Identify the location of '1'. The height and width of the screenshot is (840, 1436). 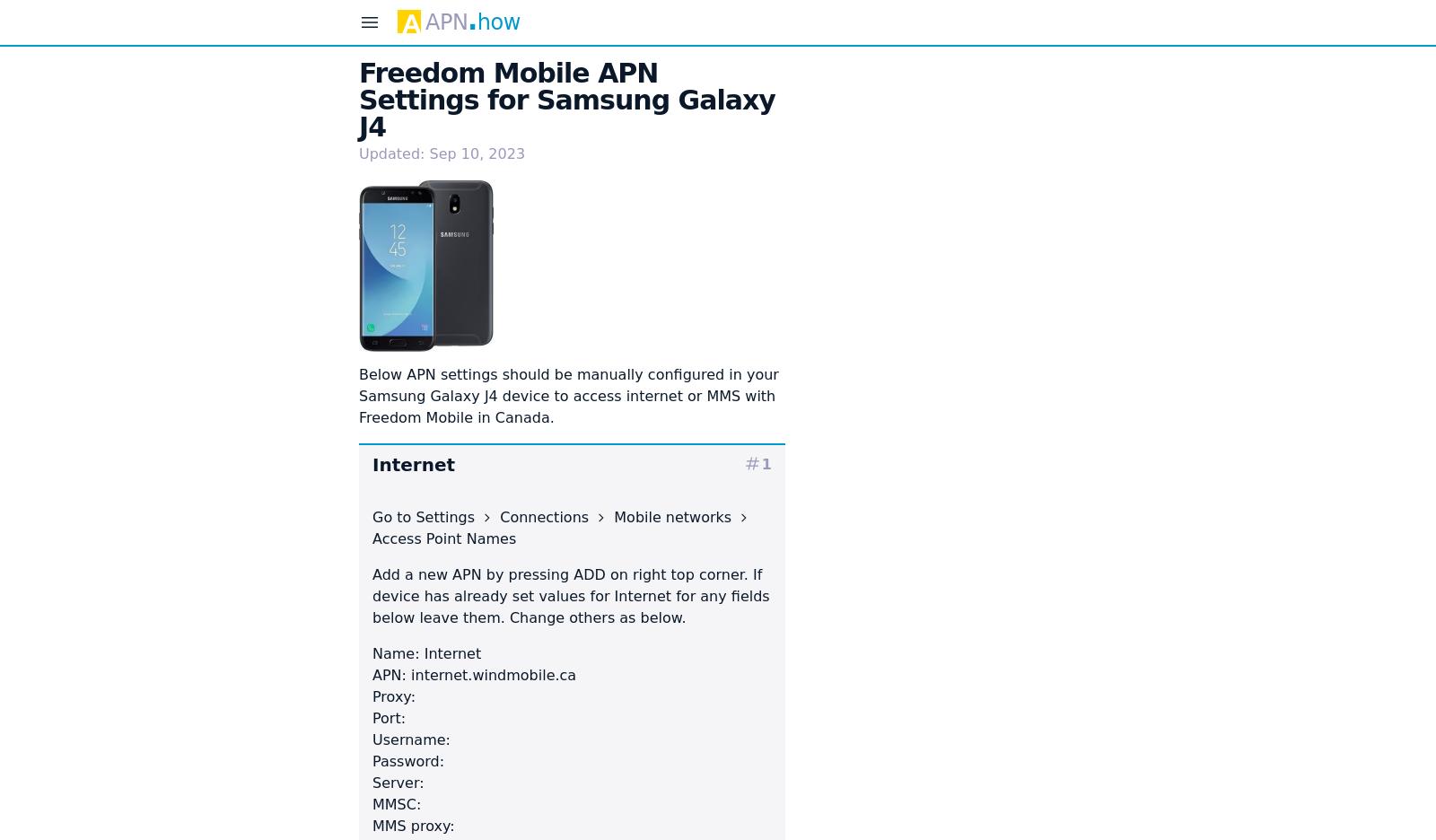
(765, 463).